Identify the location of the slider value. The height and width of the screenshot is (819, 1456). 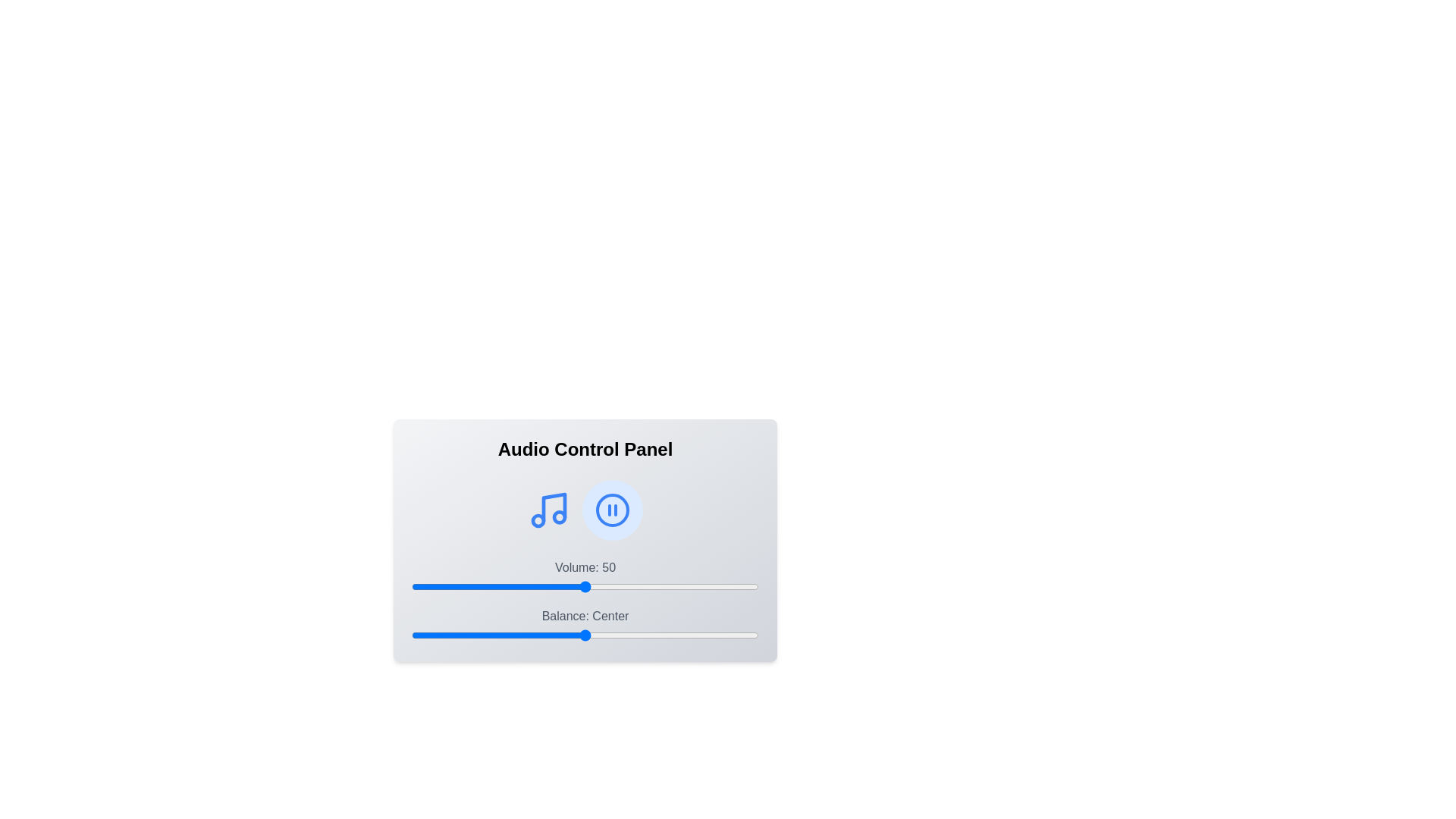
(738, 586).